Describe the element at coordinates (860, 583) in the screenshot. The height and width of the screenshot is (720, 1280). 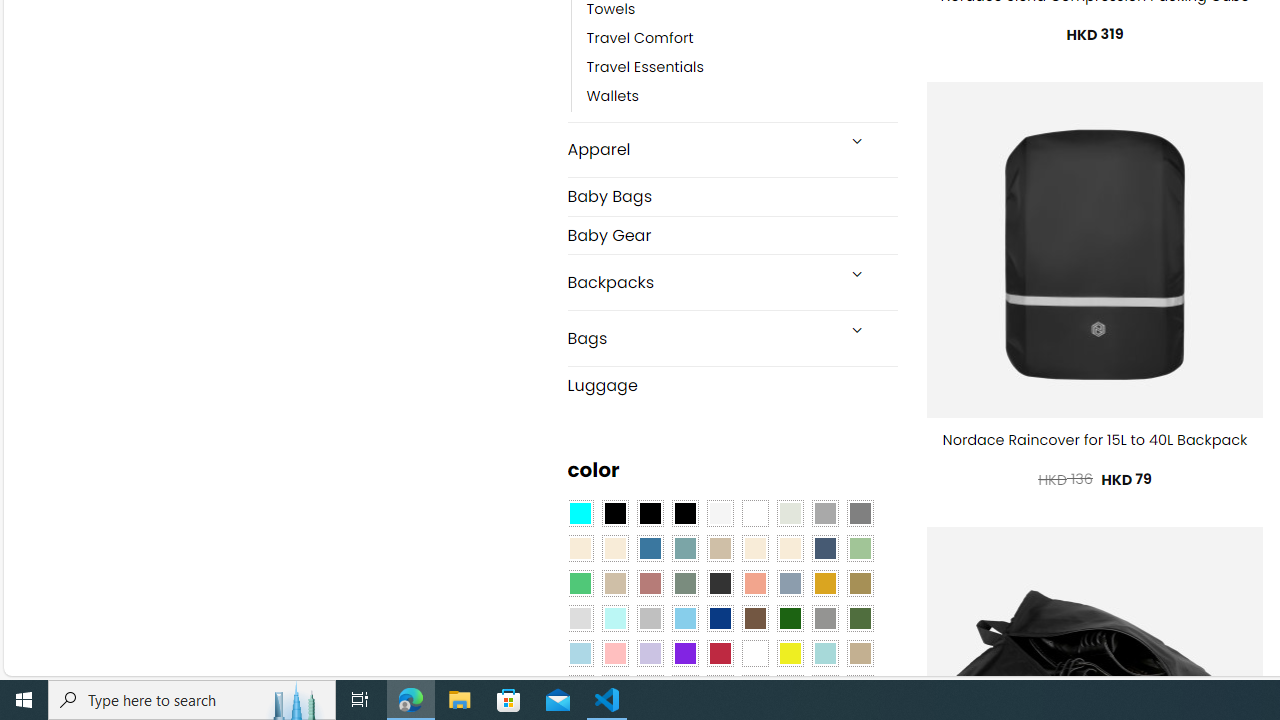
I see `'Kelp'` at that location.